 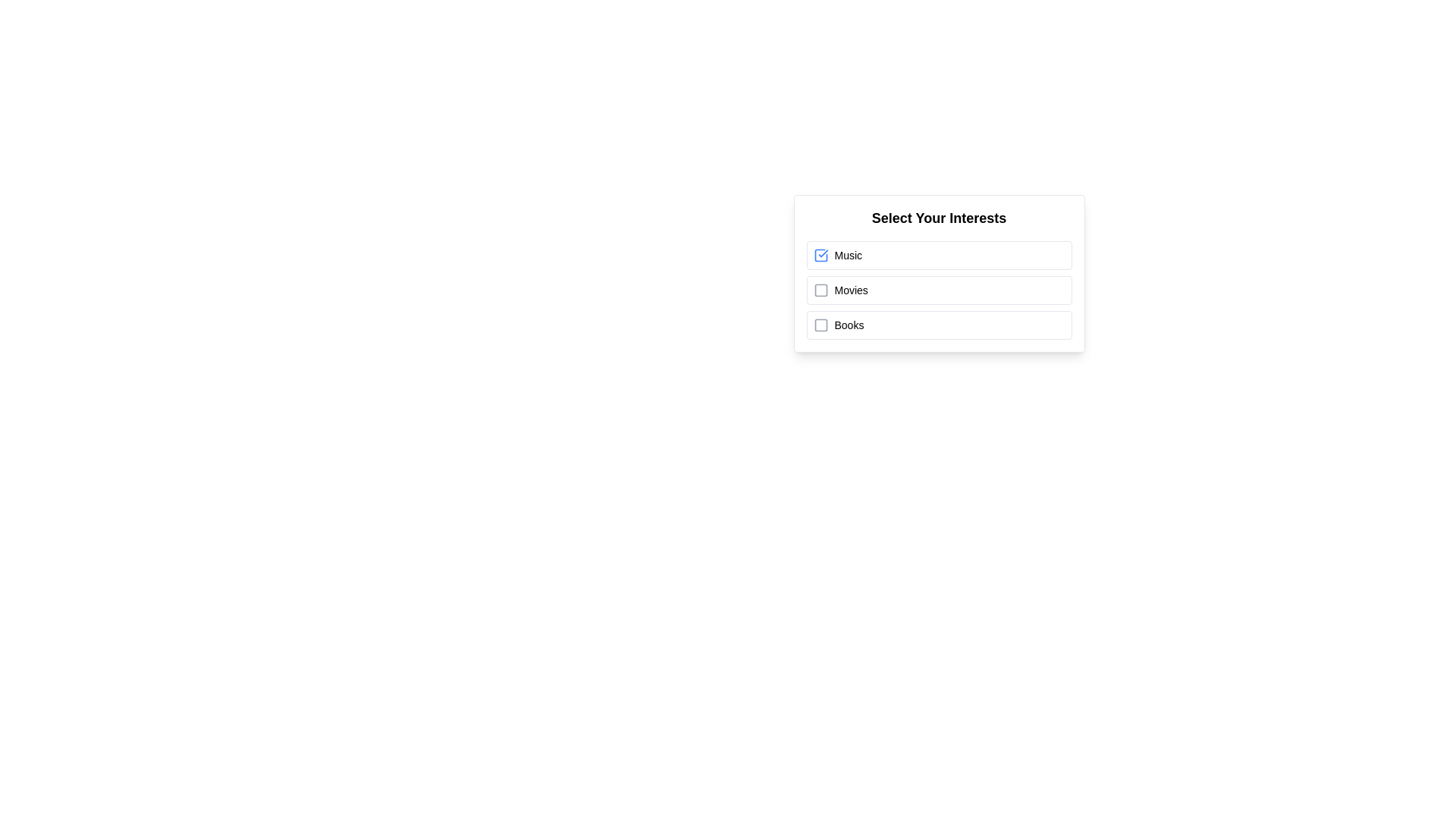 I want to click on the square-shaped checkbox with a light gray outline and a white background, located to the left of the 'Books' label, so click(x=820, y=324).